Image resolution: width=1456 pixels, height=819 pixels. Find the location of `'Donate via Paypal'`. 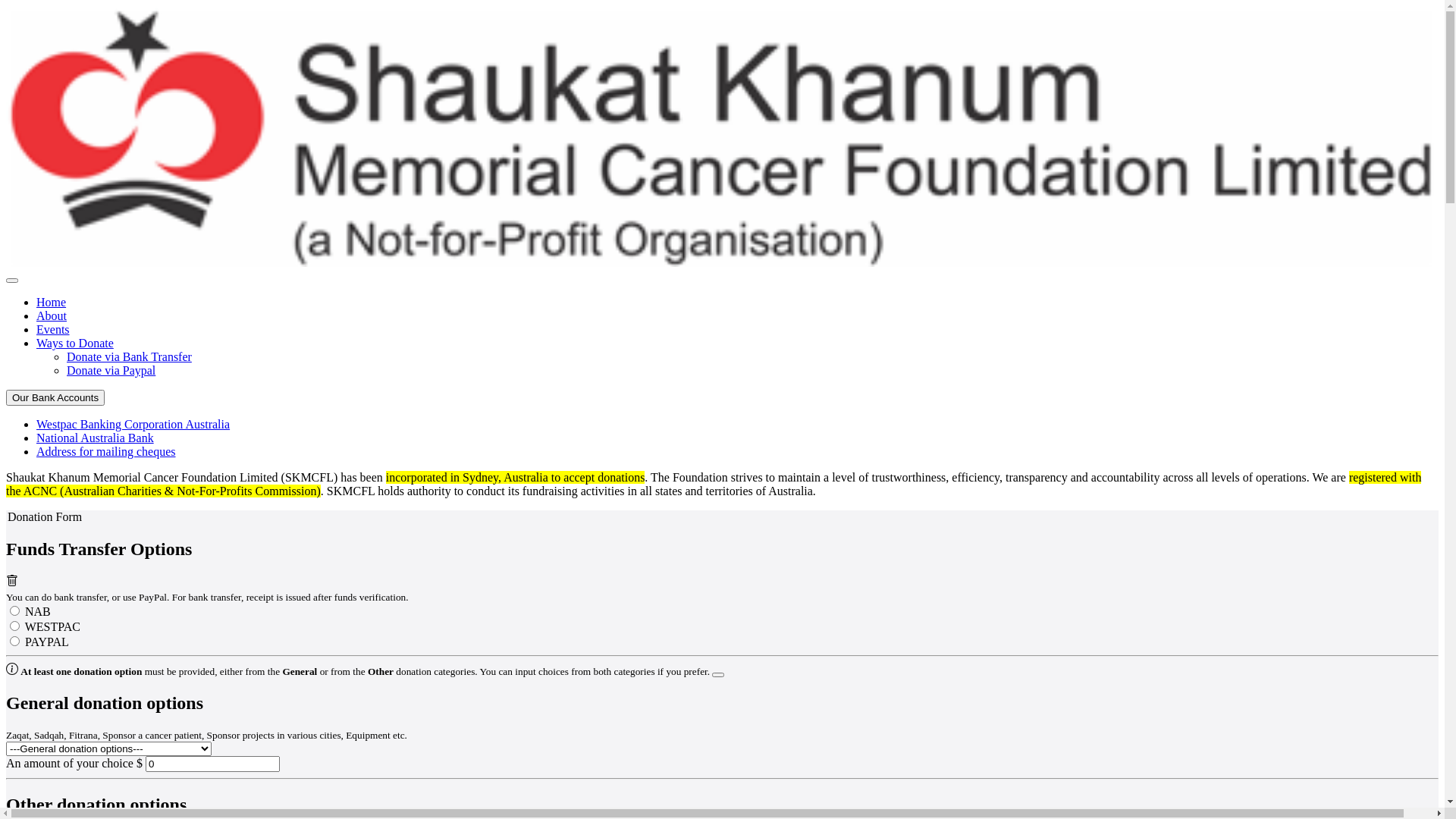

'Donate via Paypal' is located at coordinates (110, 370).